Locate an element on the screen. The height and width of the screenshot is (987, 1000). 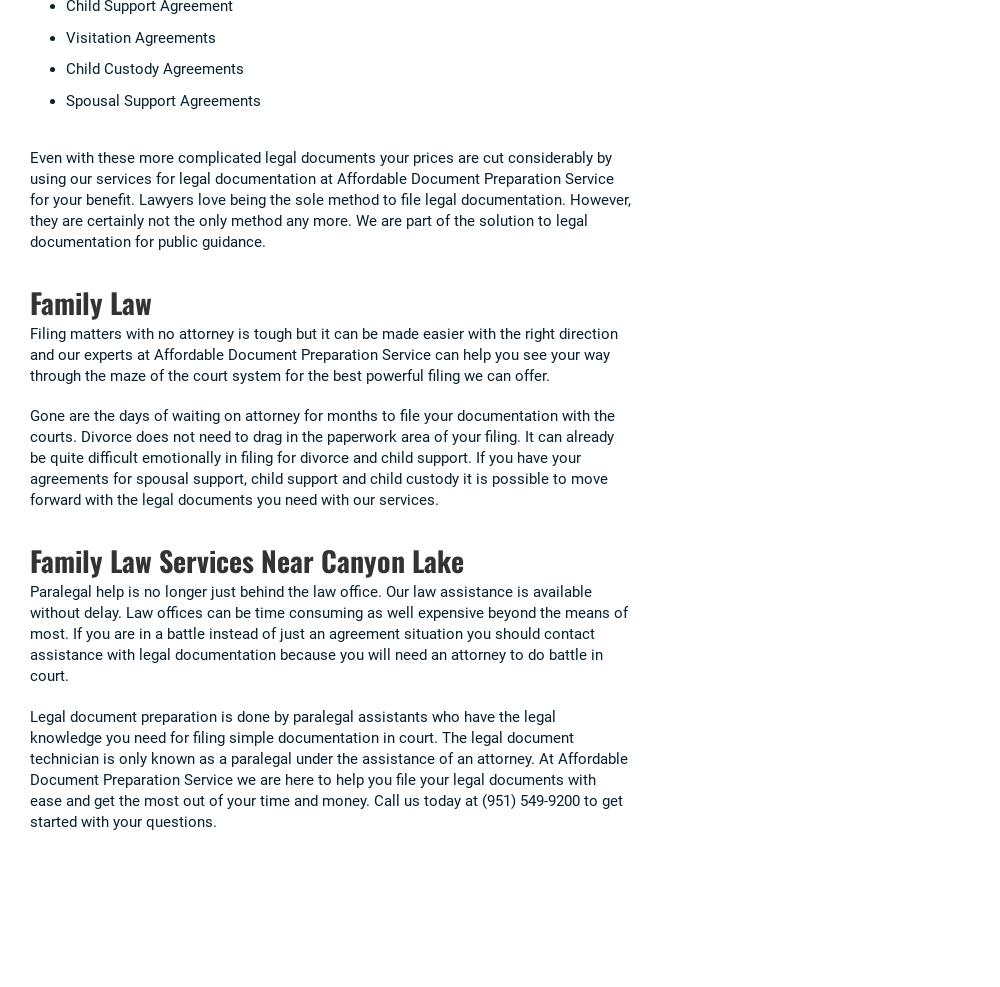
'Even with these more complicated legal documents your prices are cut considerably by using our services for legal documentation at Affordable Document Preparation Service for your benefit. Lawyers love being the sole method to file legal documentation. However, they are certainly not the only method any more. We are part of the solution to legal documentation for public guidance.' is located at coordinates (329, 197).